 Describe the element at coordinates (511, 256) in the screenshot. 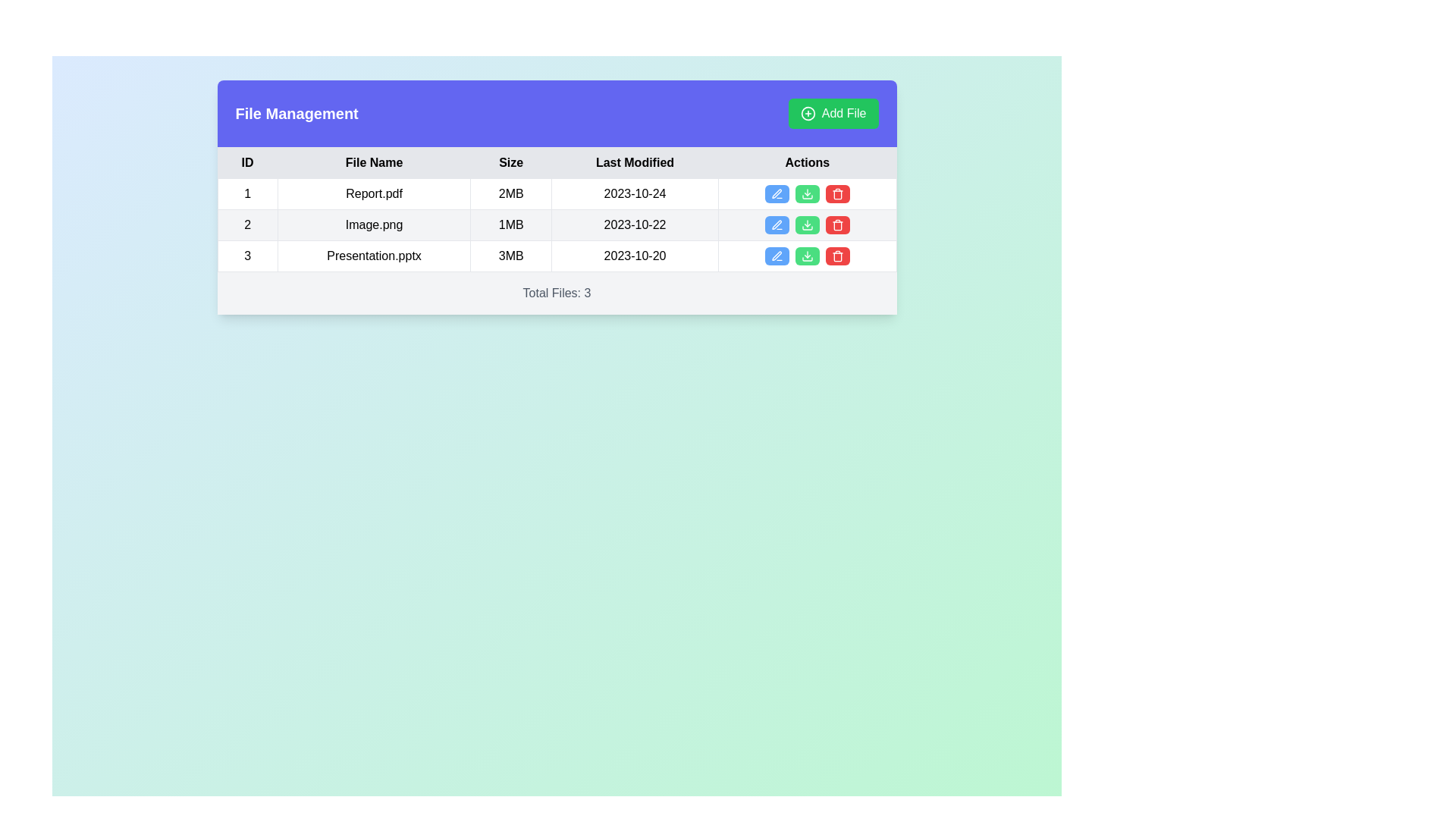

I see `the text label displaying '3MB' in black font, located in the third column of the third row under the header 'Size', aligned with the file 'Presentation.pptx'` at that location.